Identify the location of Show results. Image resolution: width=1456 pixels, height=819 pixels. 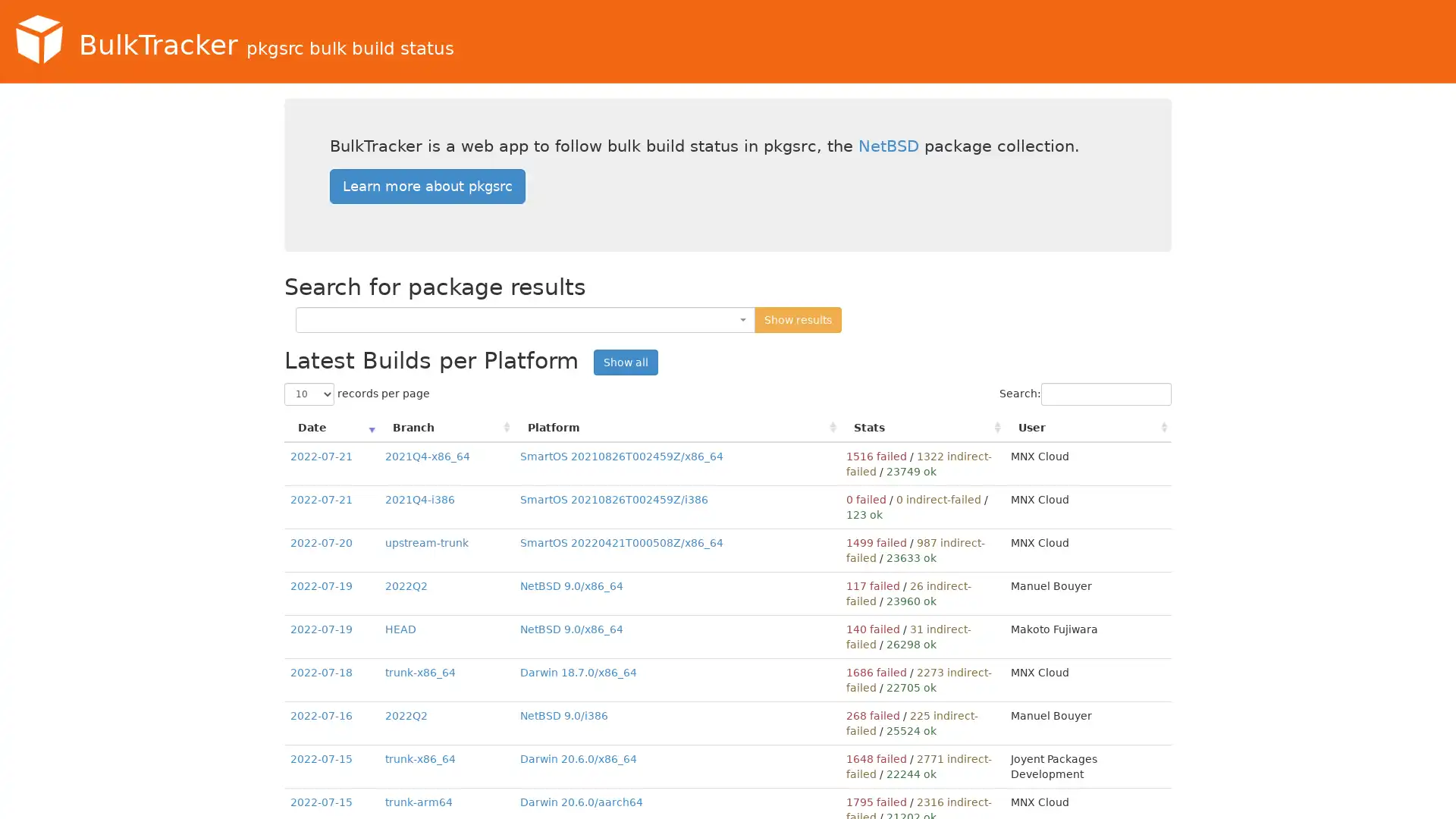
(797, 318).